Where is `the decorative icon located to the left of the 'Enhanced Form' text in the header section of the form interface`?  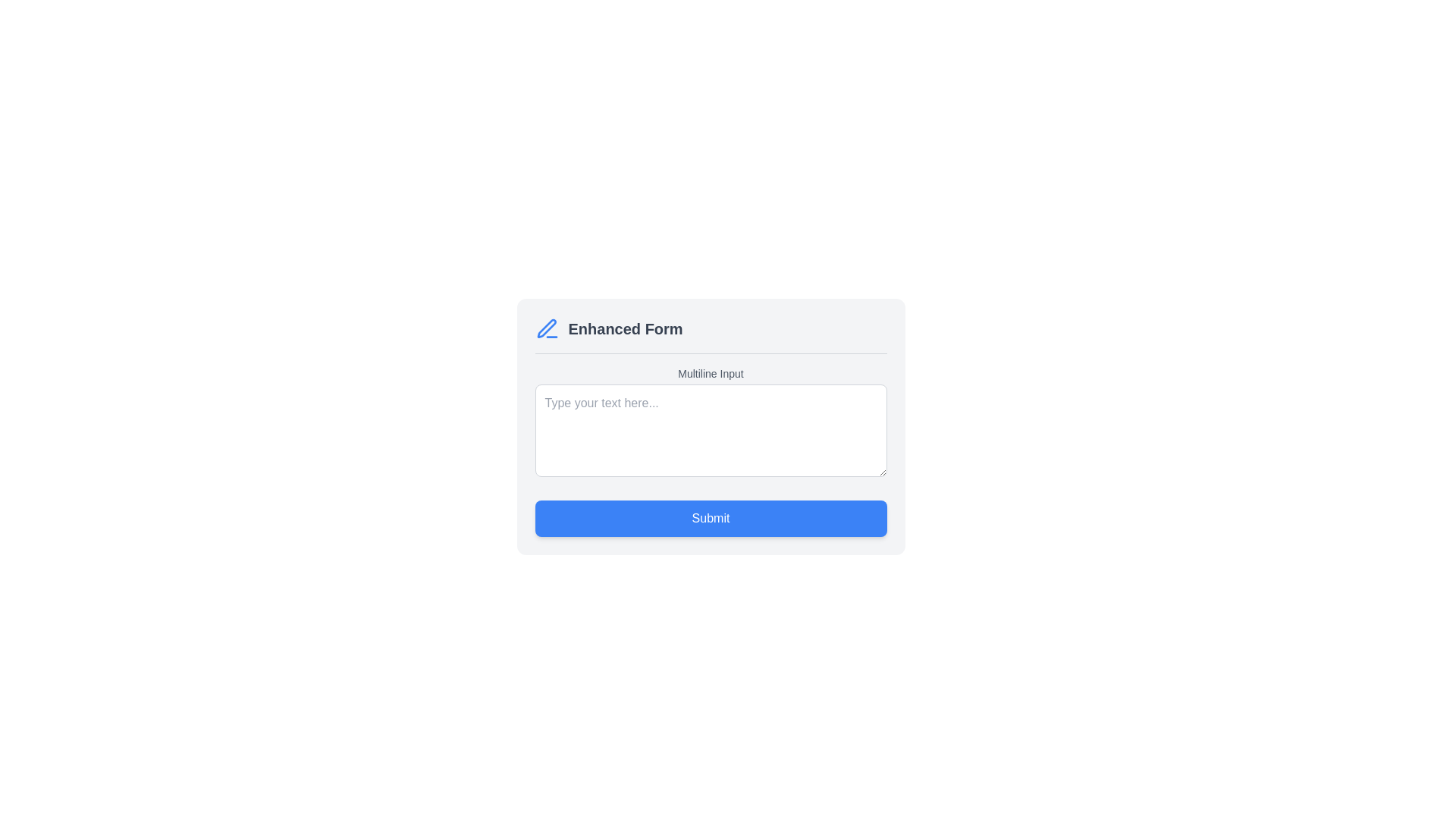 the decorative icon located to the left of the 'Enhanced Form' text in the header section of the form interface is located at coordinates (546, 328).